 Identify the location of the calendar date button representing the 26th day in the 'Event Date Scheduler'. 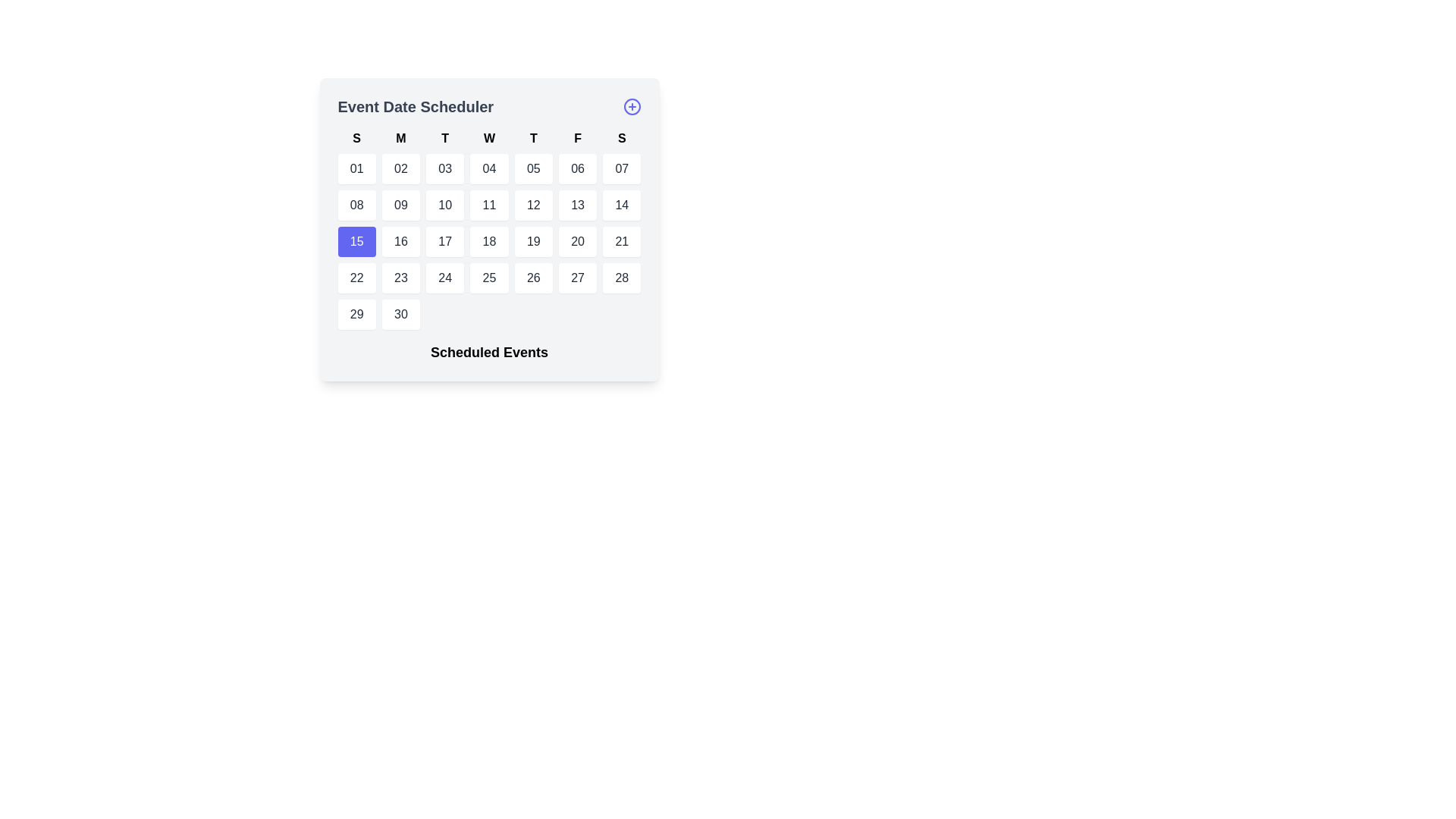
(533, 278).